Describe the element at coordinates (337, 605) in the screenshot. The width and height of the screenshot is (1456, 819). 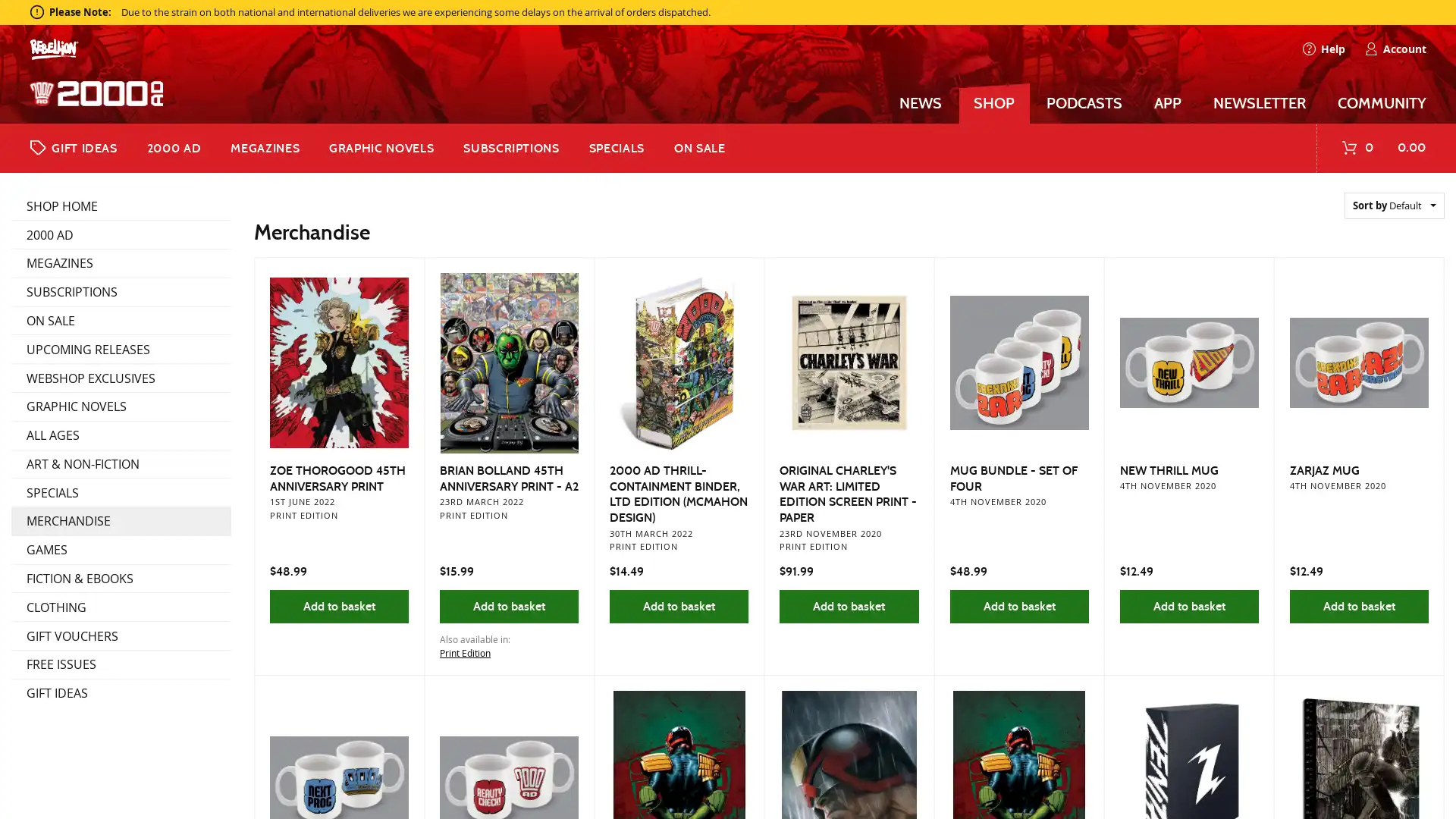
I see `Add to basket` at that location.